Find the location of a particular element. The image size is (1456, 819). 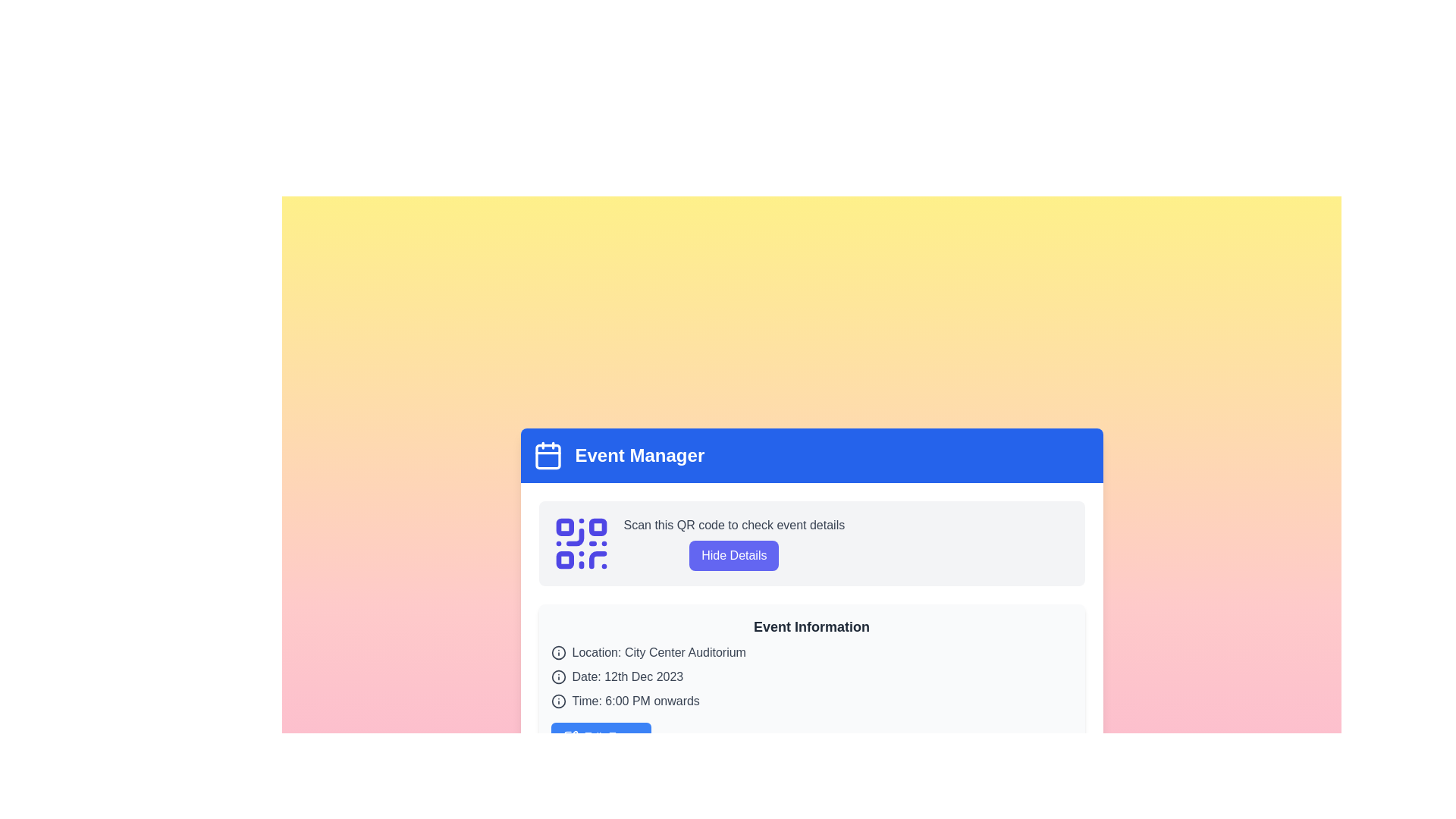

the calendar icon on the left side of the blue bar in the 'Event Manager' section, which features a white outline on a blue square background is located at coordinates (547, 455).